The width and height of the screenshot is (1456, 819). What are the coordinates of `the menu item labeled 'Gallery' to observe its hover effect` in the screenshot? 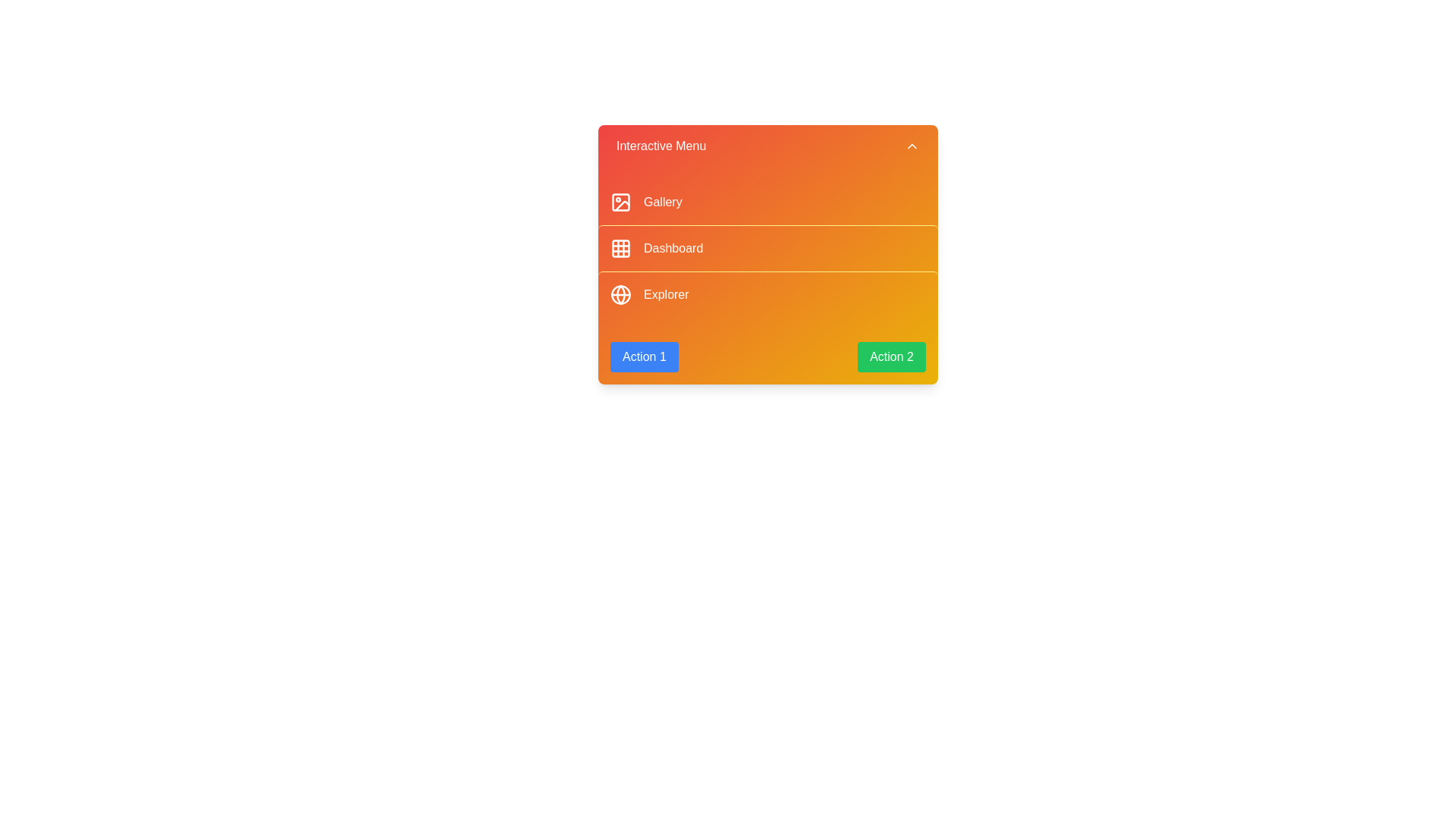 It's located at (767, 201).